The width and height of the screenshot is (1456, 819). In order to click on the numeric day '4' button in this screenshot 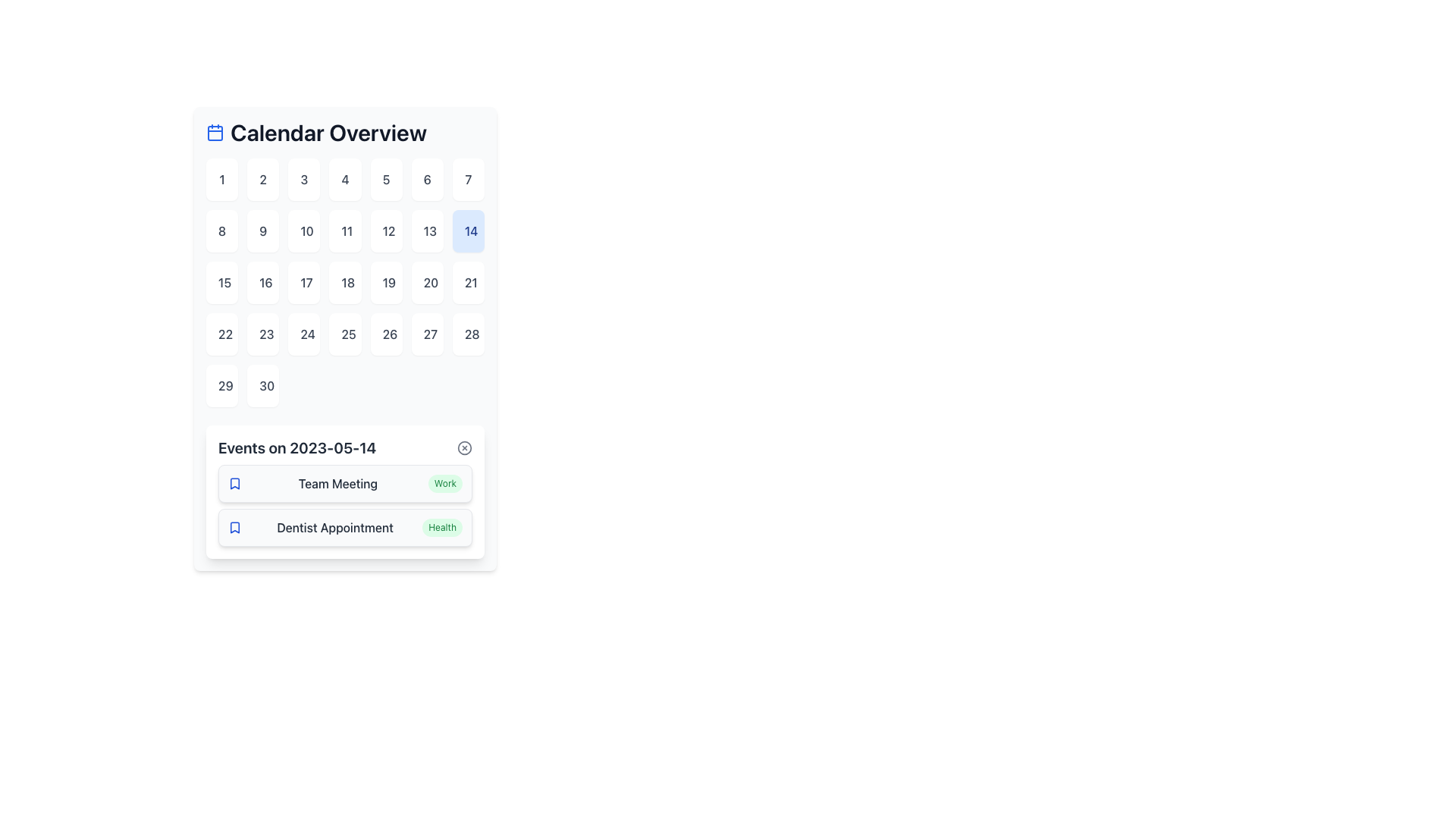, I will do `click(344, 178)`.